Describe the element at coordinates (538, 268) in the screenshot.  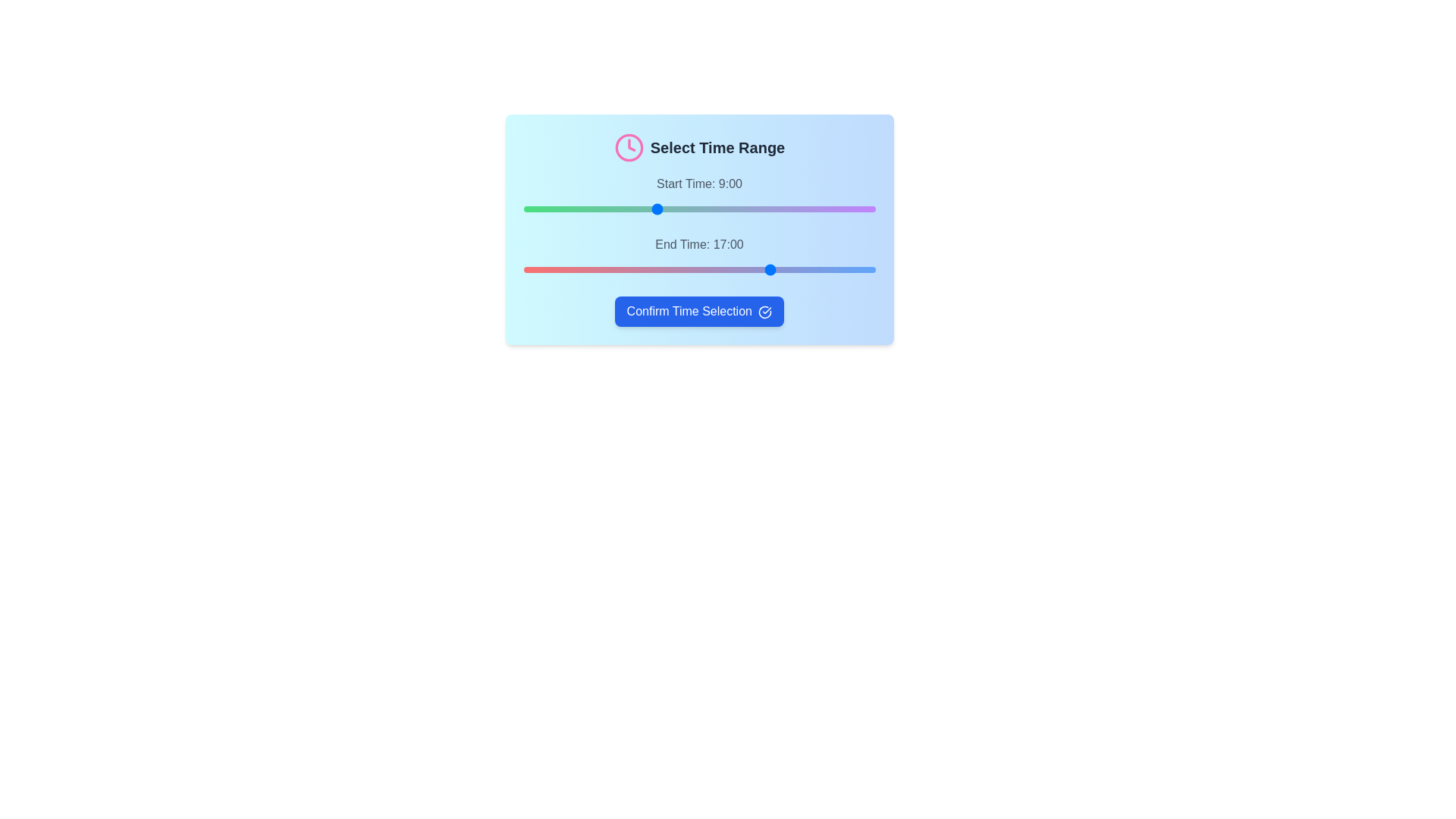
I see `the end time slider to 1 hours` at that location.